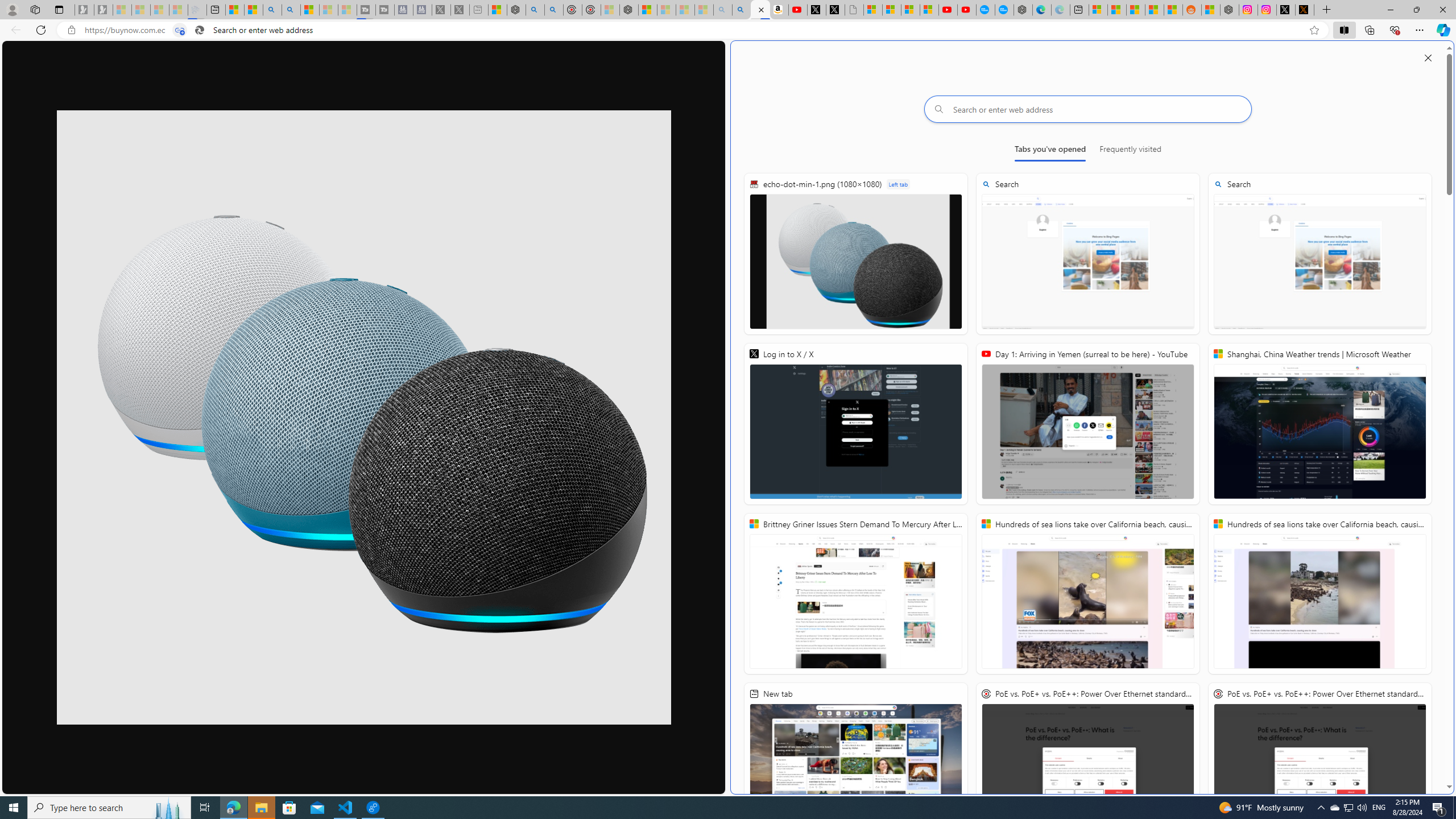 The image size is (1456, 819). I want to click on 'Workspaces', so click(35, 9).